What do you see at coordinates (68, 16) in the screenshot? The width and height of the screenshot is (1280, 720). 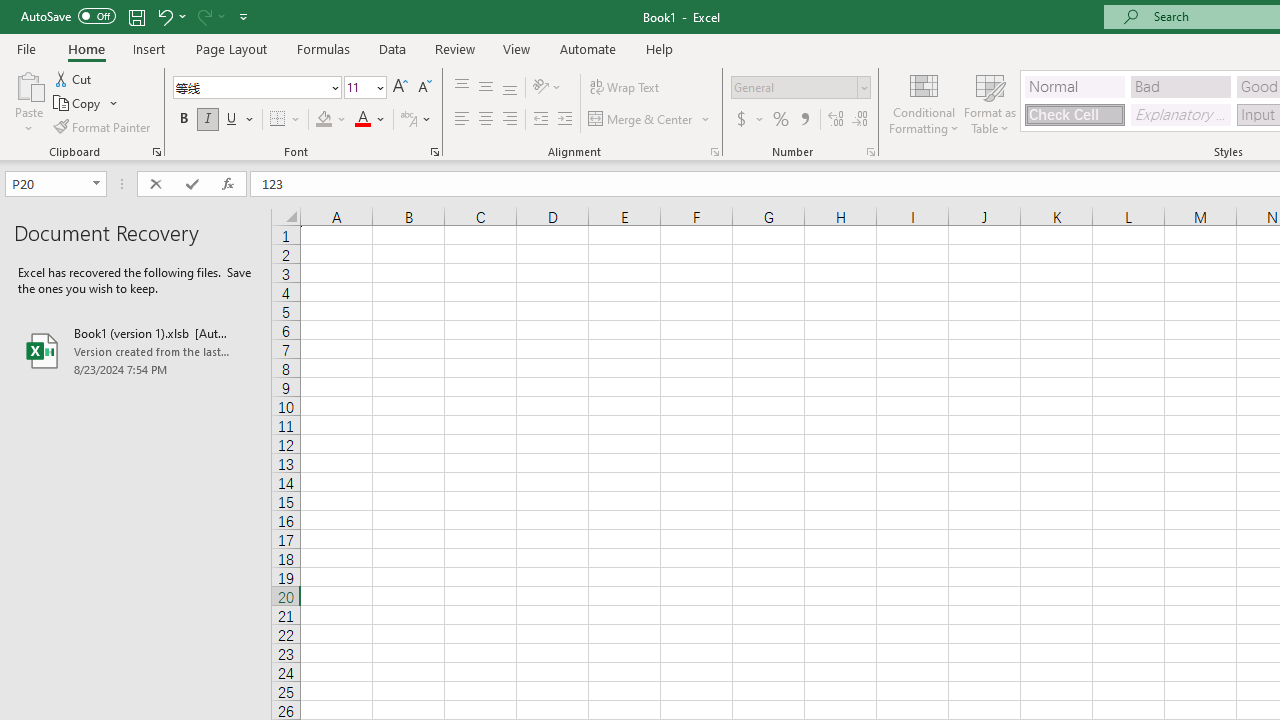 I see `'AutoSave'` at bounding box center [68, 16].